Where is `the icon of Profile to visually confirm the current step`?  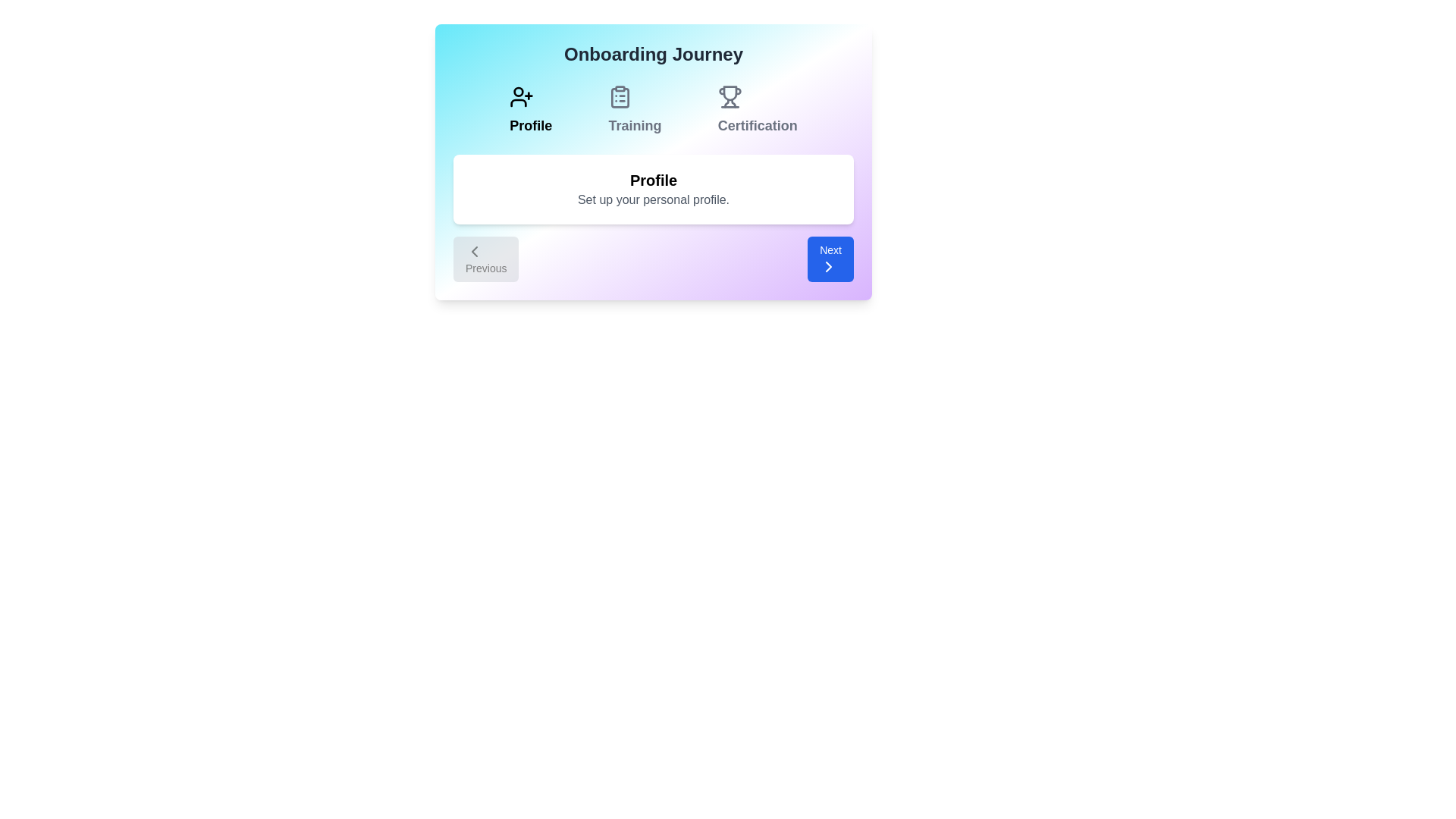
the icon of Profile to visually confirm the current step is located at coordinates (531, 96).